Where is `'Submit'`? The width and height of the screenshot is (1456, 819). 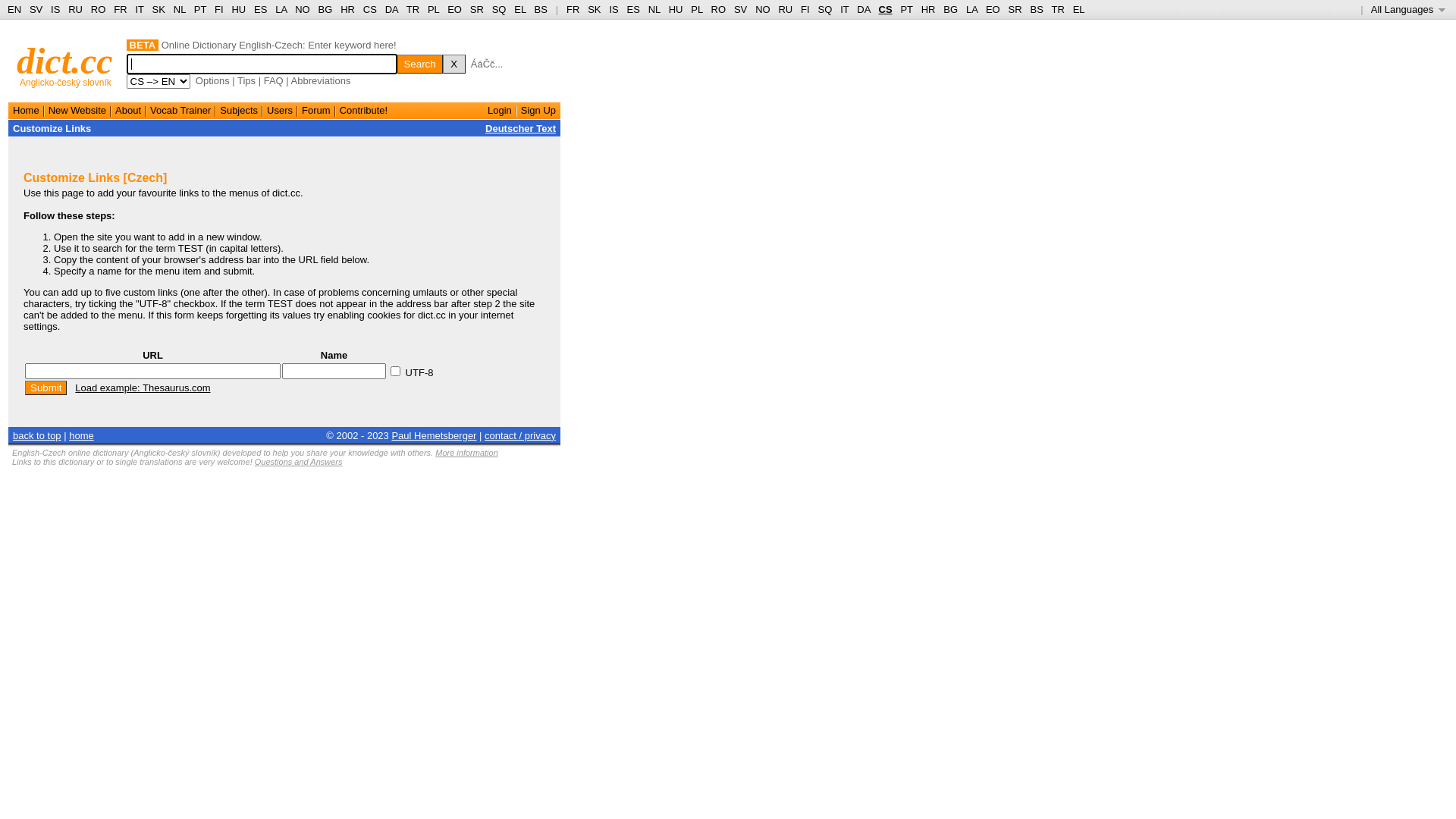
'Submit' is located at coordinates (25, 387).